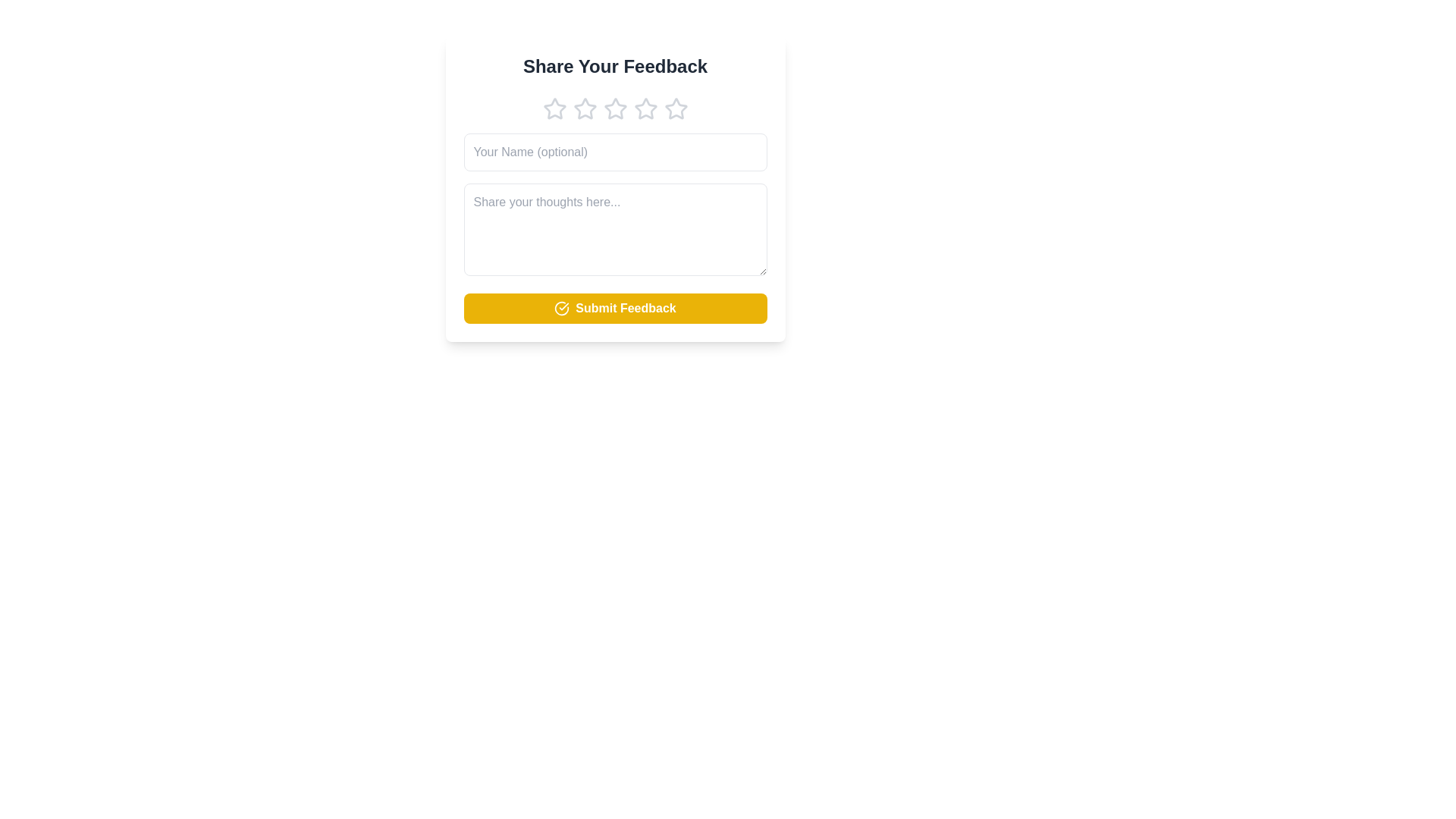 The height and width of the screenshot is (819, 1456). I want to click on the circular icon with a checkmark inside, which is part of the 'Submit Feedback' button, located to the left of the text label, so click(561, 308).